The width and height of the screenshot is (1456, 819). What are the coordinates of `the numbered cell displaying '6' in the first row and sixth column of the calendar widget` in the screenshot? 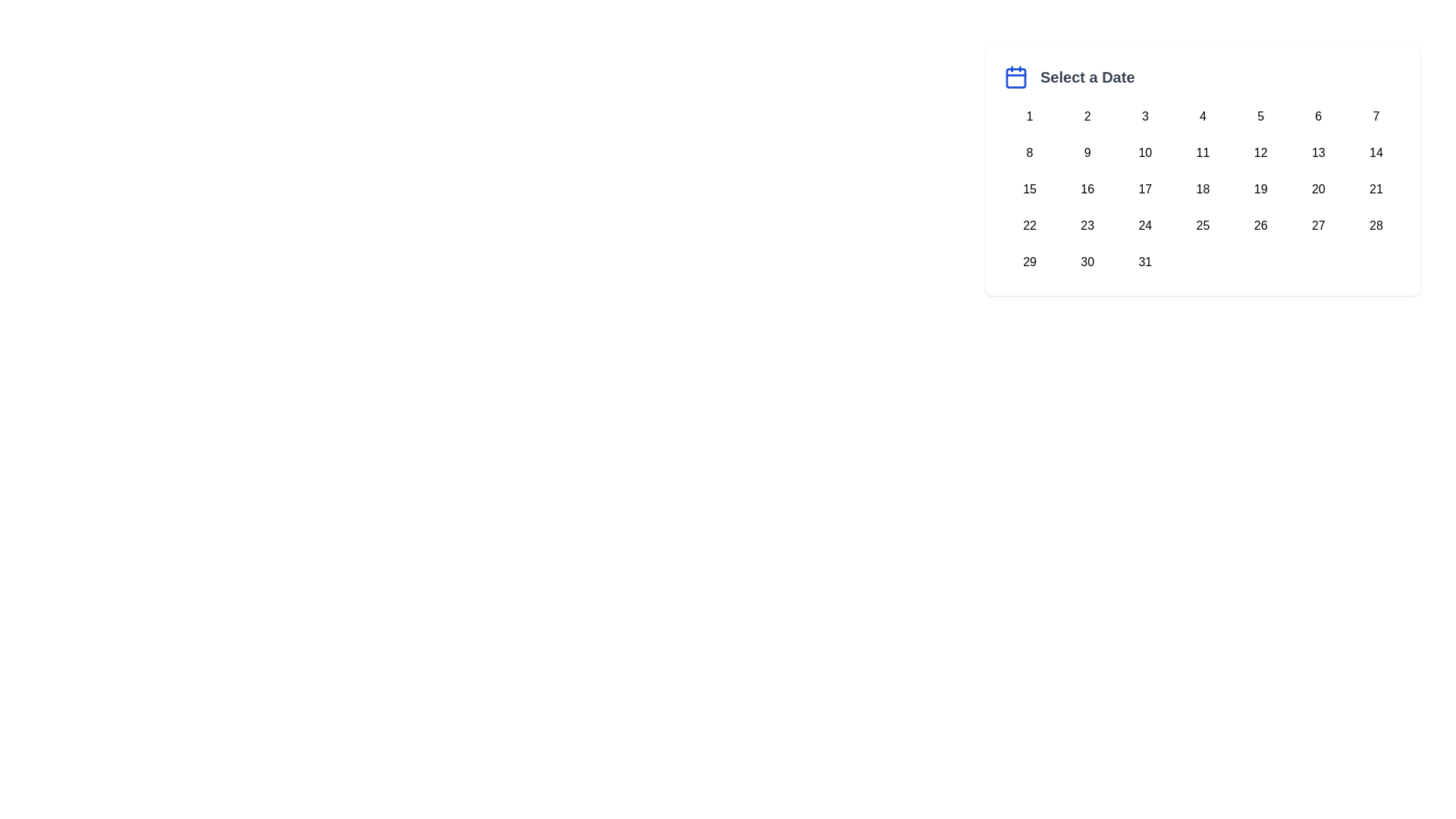 It's located at (1317, 116).